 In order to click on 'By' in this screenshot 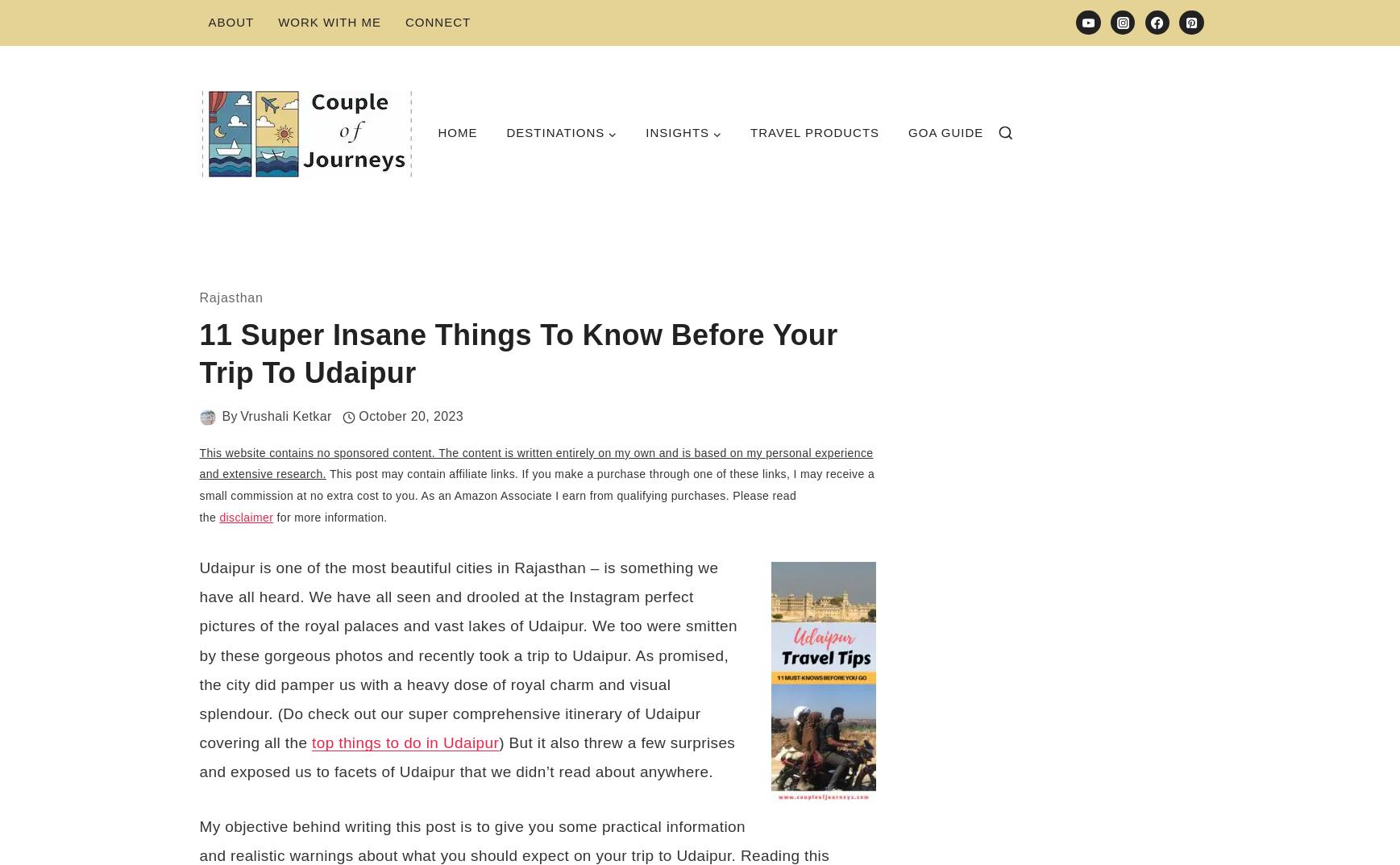, I will do `click(228, 415)`.